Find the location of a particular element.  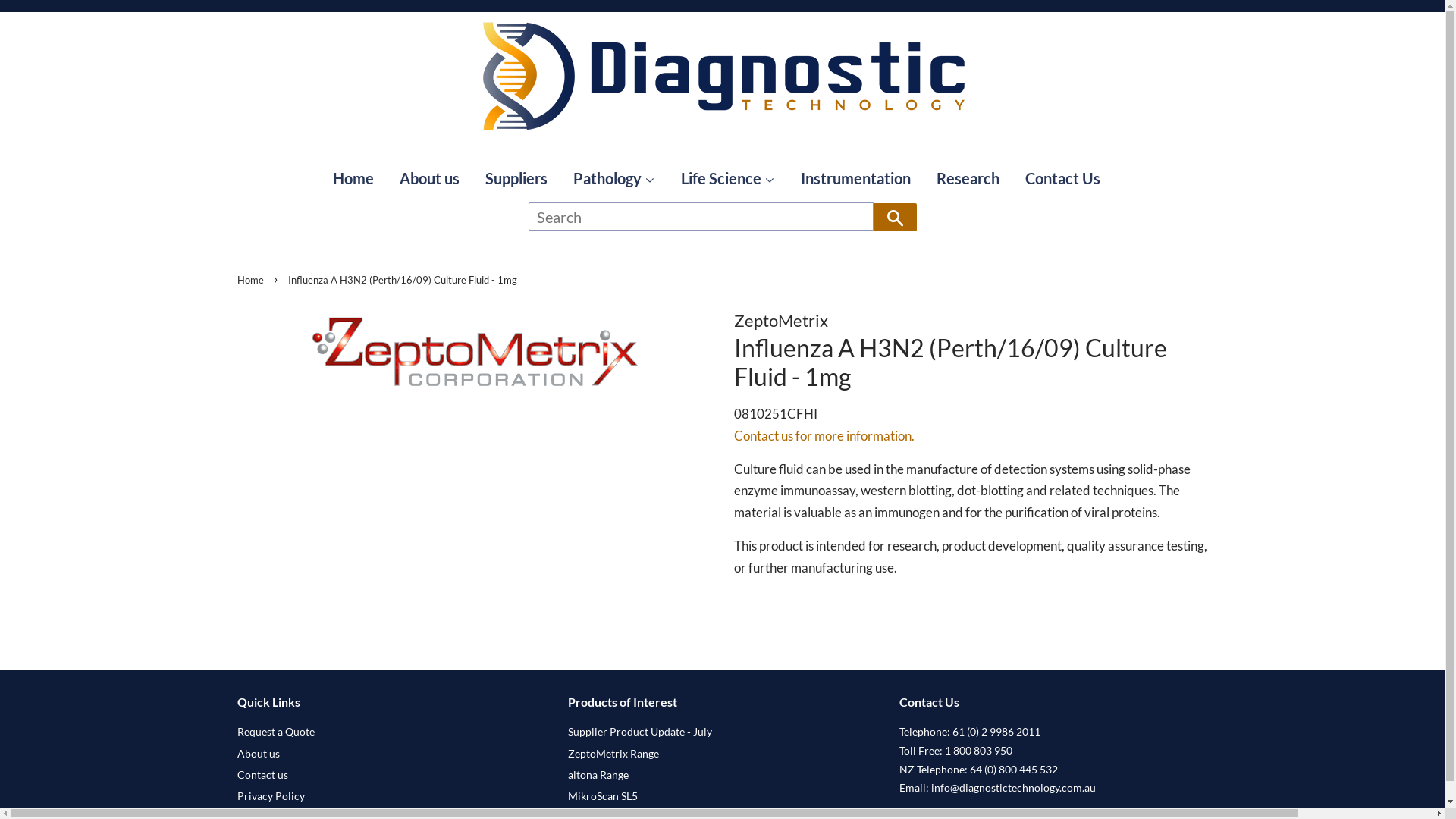

'ZeptoMetrix Range' is located at coordinates (613, 753).